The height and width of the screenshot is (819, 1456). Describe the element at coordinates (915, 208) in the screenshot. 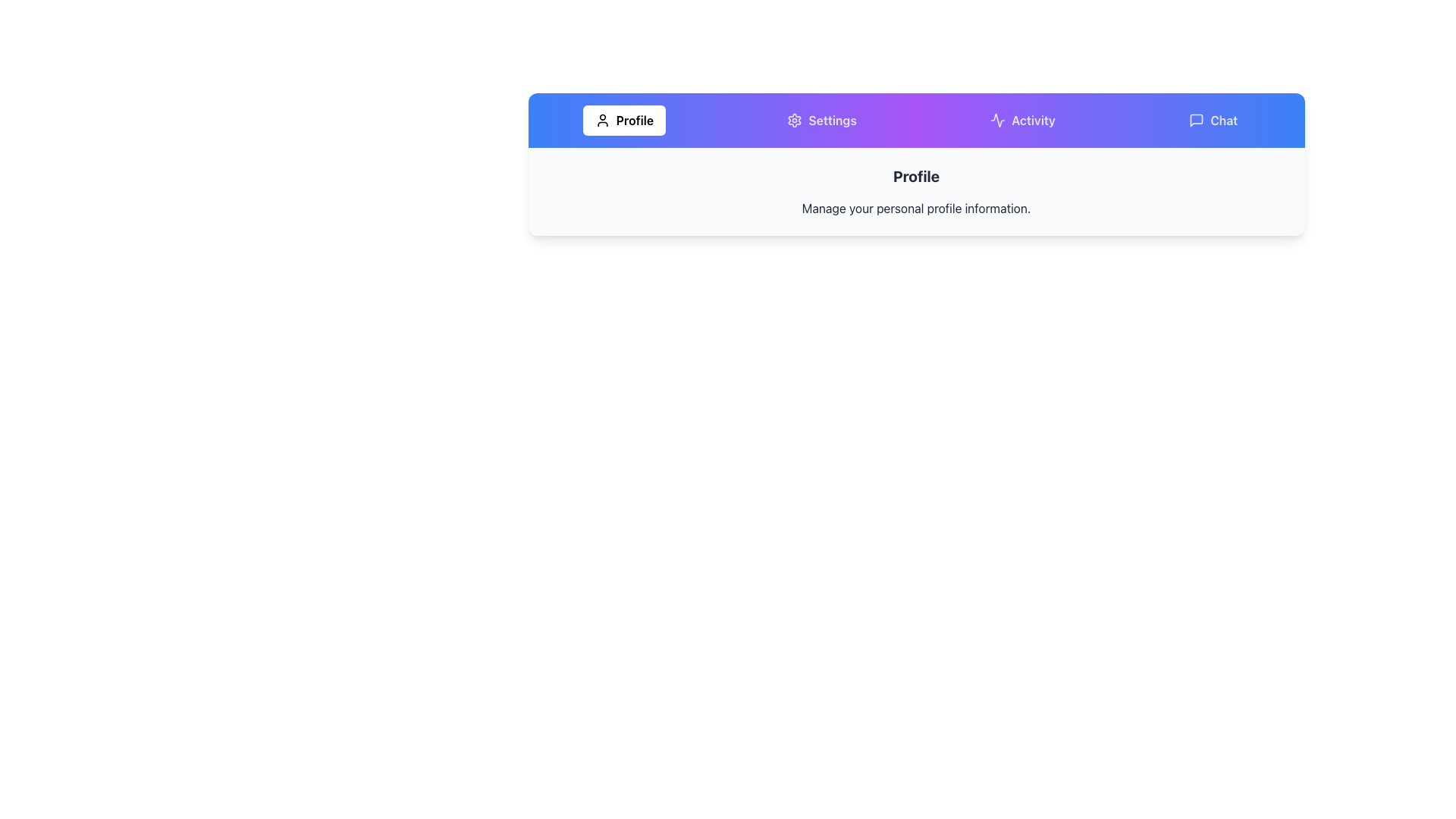

I see `the static text label that states 'Manage your personal profile information.' which is positioned below the bold title 'Profile'` at that location.